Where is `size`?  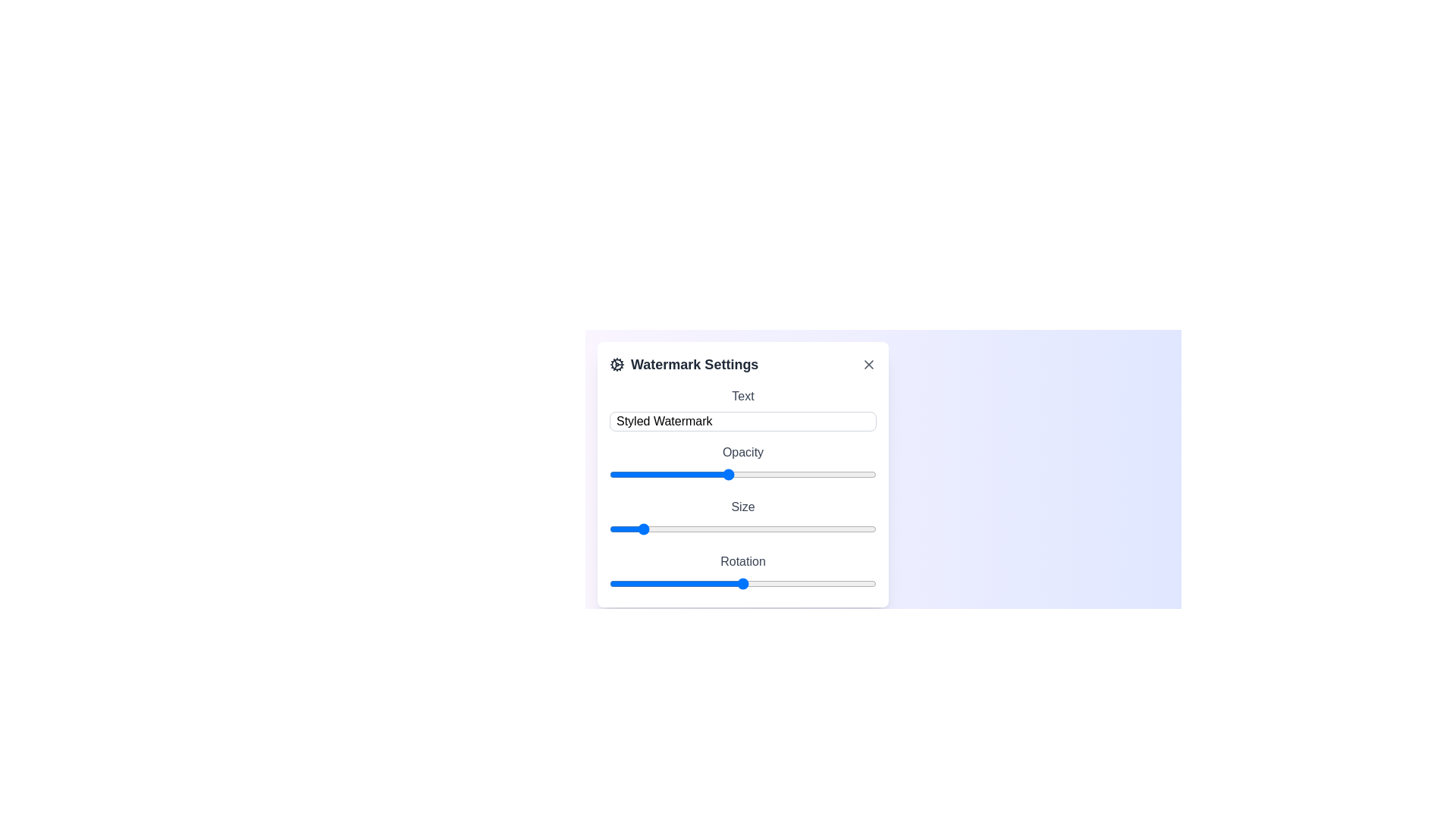 size is located at coordinates (668, 529).